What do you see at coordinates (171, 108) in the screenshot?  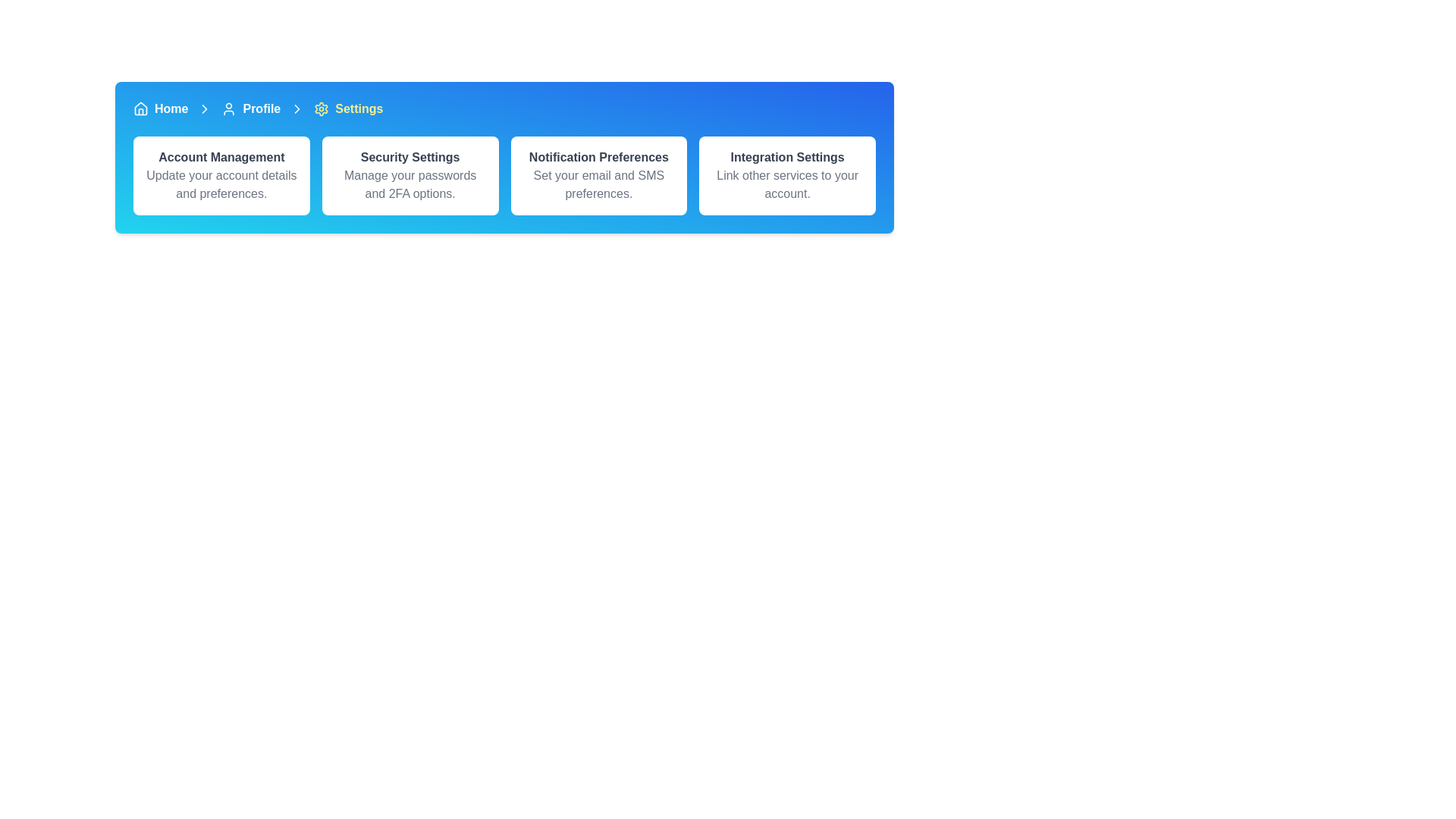 I see `the 'Home' hyperlink in the navigation bar` at bounding box center [171, 108].